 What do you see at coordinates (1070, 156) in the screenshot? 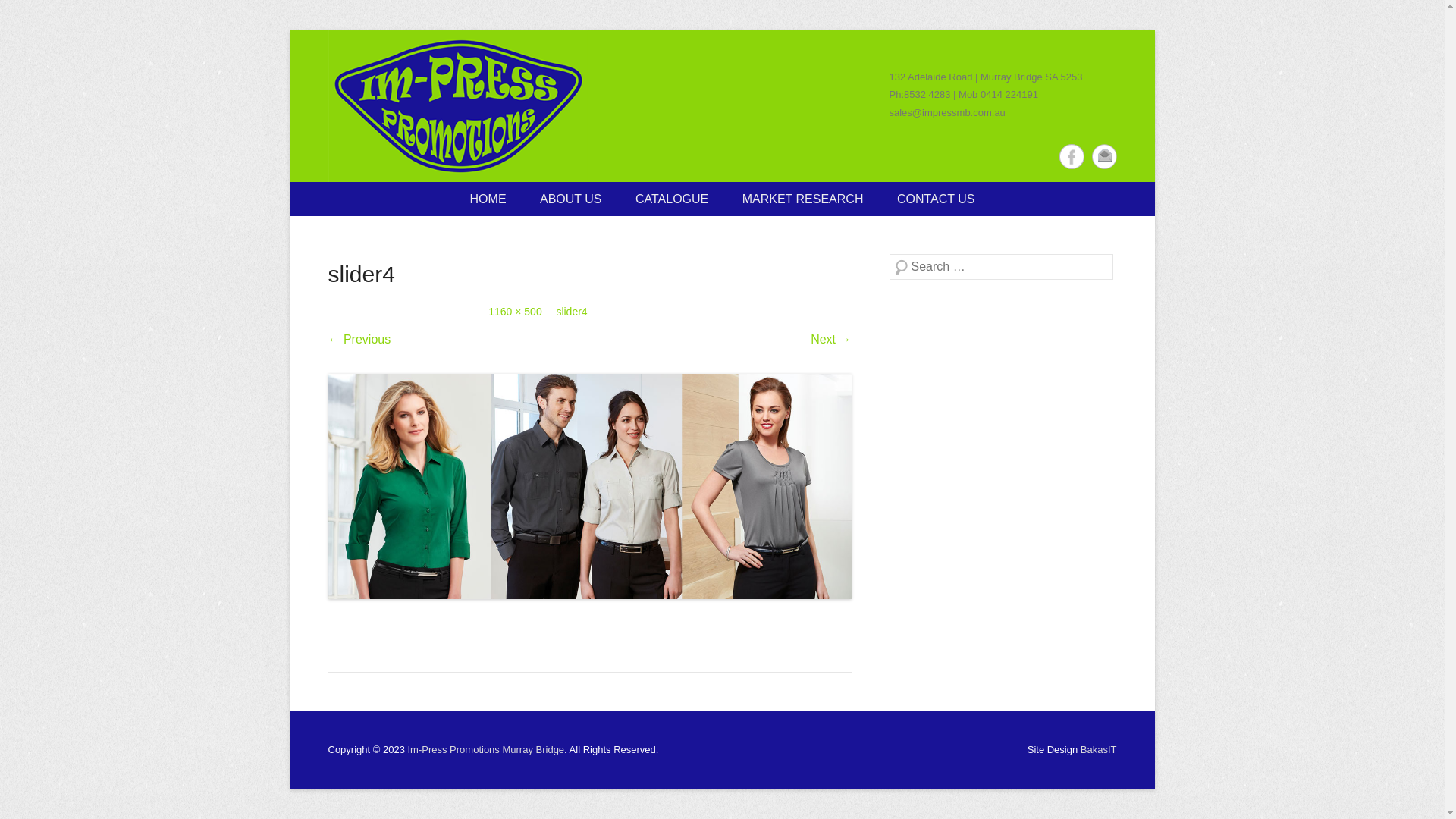
I see `'Facebook'` at bounding box center [1070, 156].